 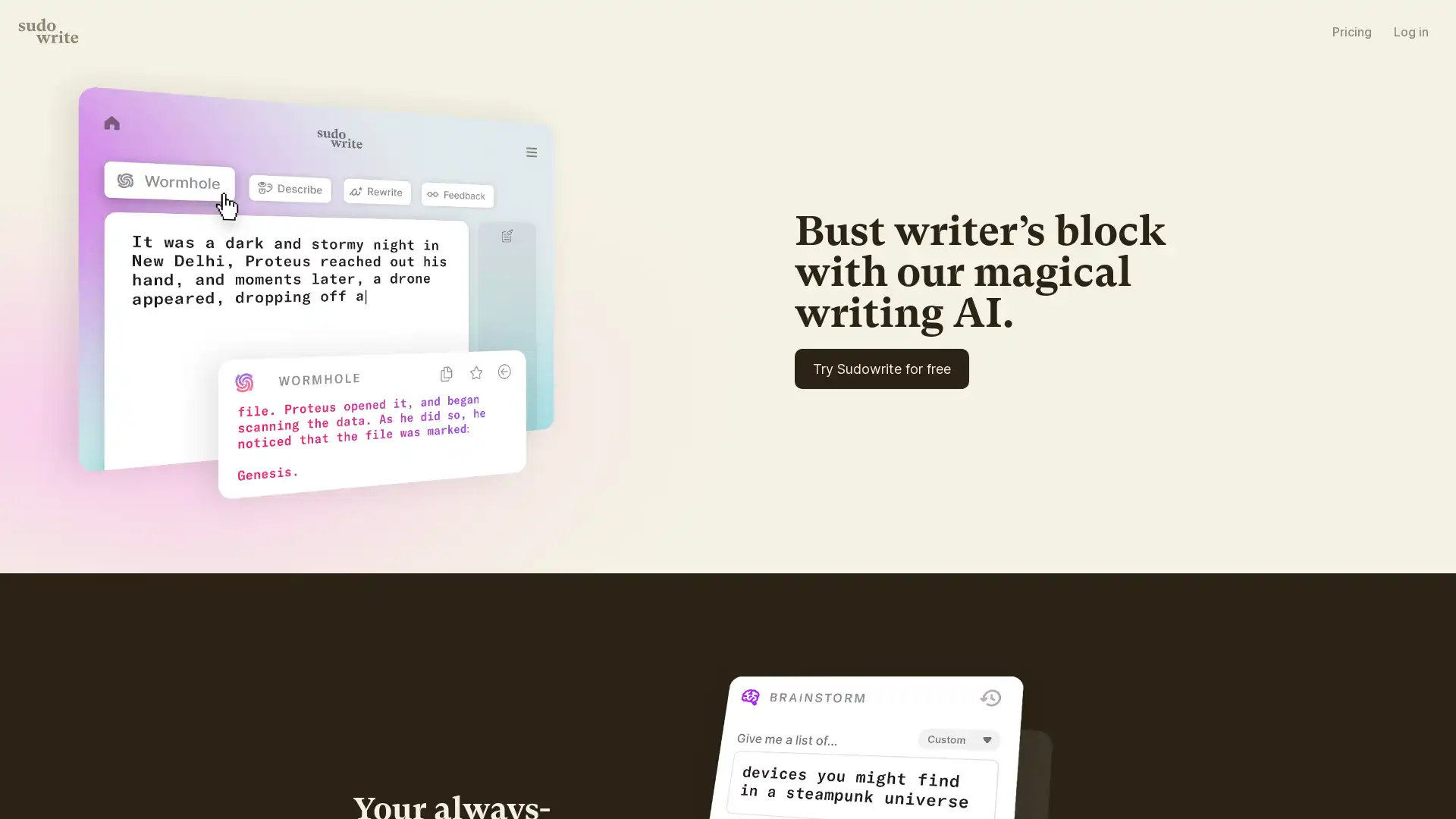 I want to click on Try Sudowrite for free, so click(x=943, y=417).